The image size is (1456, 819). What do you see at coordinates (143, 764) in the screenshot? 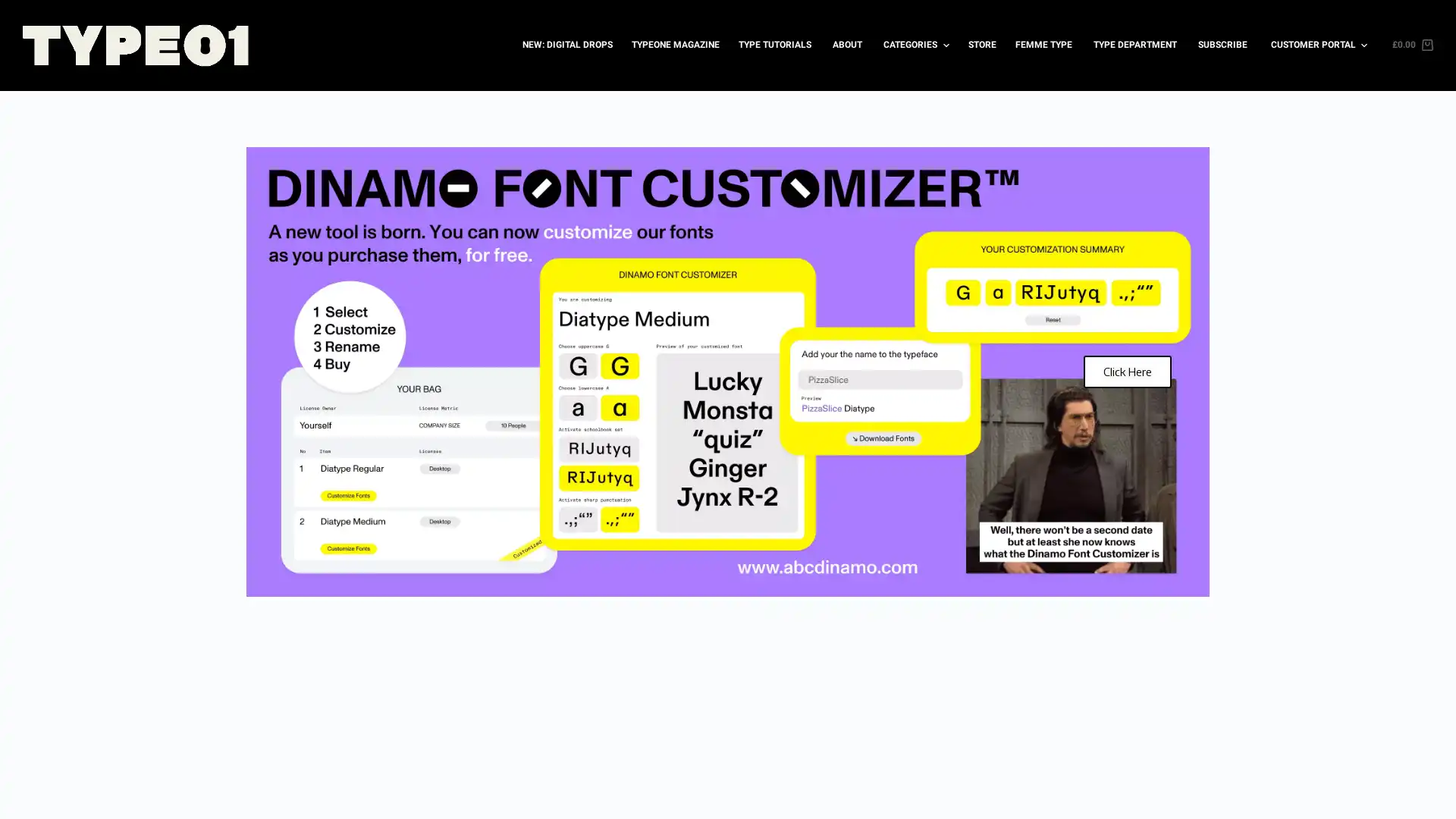
I see `Decline` at bounding box center [143, 764].